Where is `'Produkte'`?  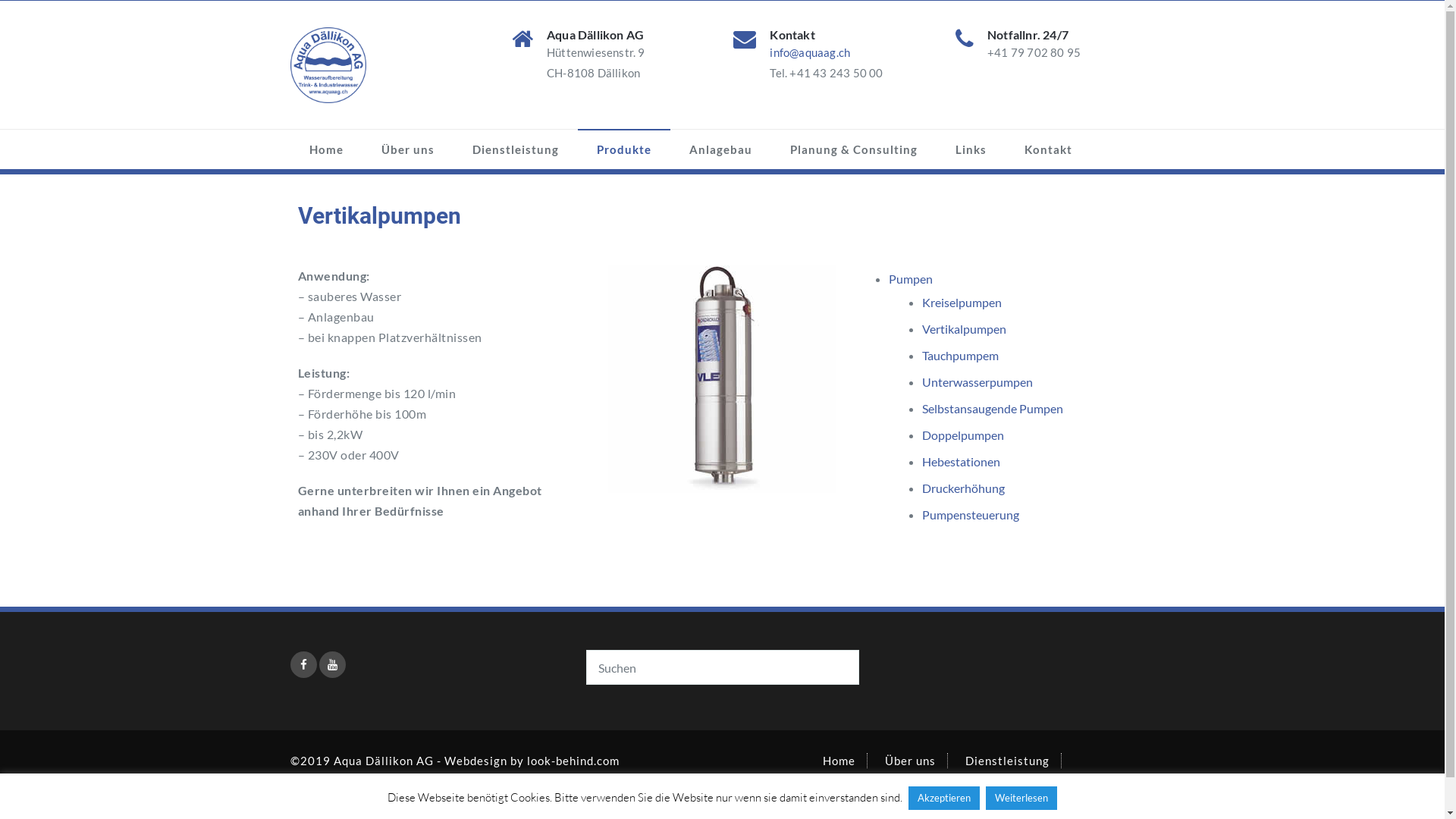 'Produkte' is located at coordinates (623, 149).